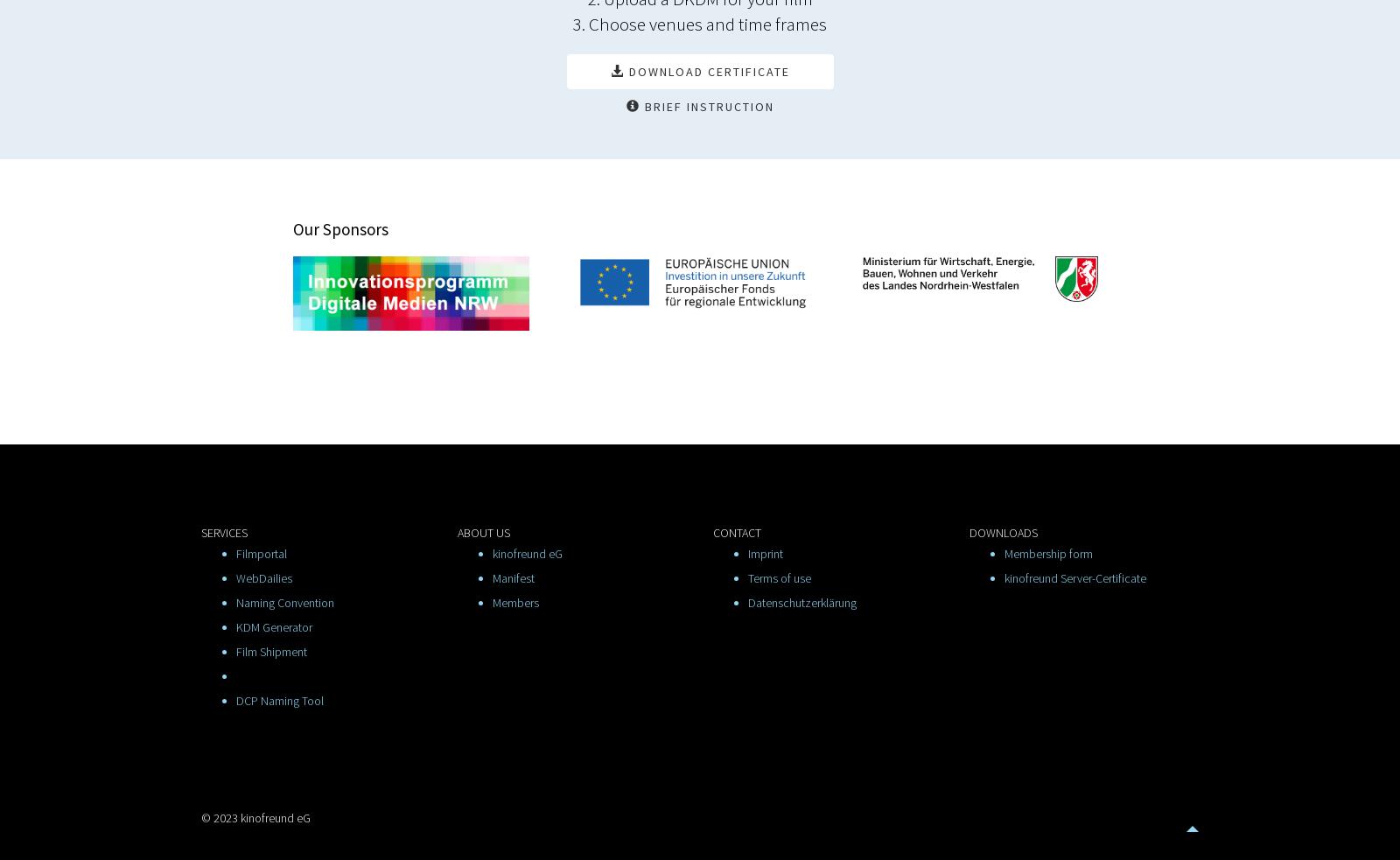 Image resolution: width=1400 pixels, height=860 pixels. Describe the element at coordinates (700, 22) in the screenshot. I see `'3. Choose venues and time frames'` at that location.